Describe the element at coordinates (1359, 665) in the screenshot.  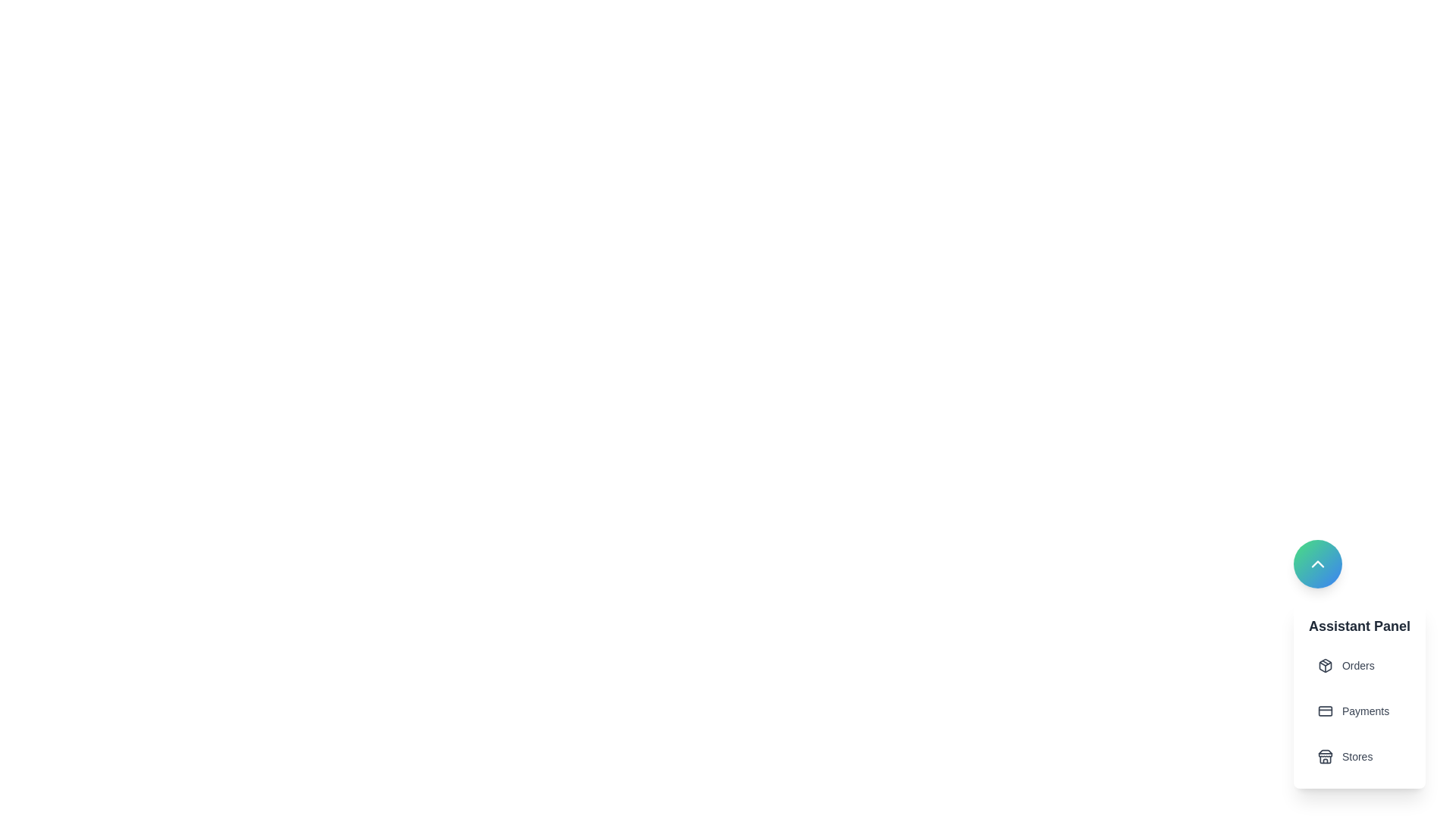
I see `the Orders from the assistant panel` at that location.